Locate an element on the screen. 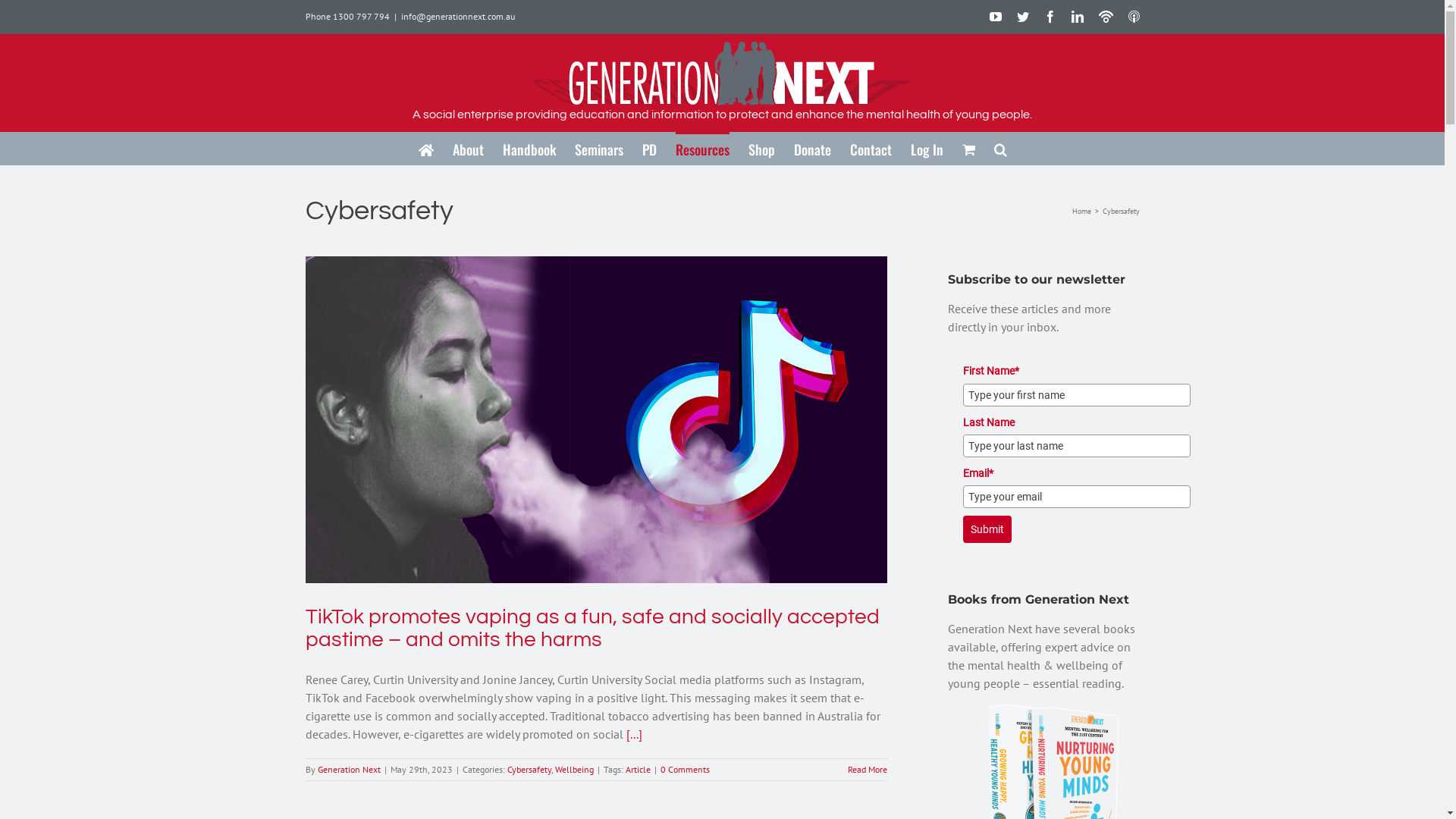 This screenshot has height=819, width=1456. 'Shop' is located at coordinates (761, 148).